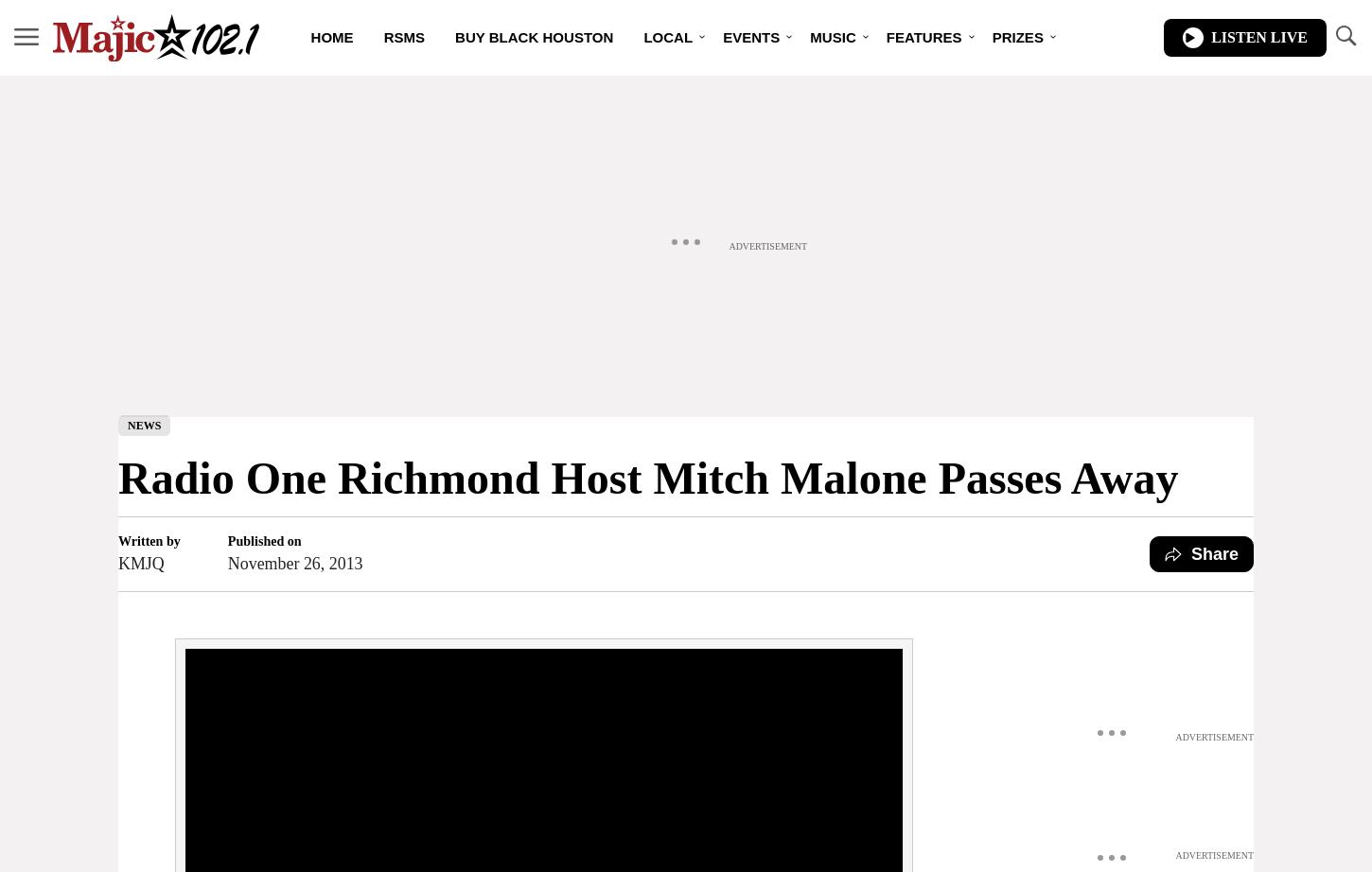  Describe the element at coordinates (528, 291) in the screenshot. I see `'Receive Our Newsletter!'` at that location.